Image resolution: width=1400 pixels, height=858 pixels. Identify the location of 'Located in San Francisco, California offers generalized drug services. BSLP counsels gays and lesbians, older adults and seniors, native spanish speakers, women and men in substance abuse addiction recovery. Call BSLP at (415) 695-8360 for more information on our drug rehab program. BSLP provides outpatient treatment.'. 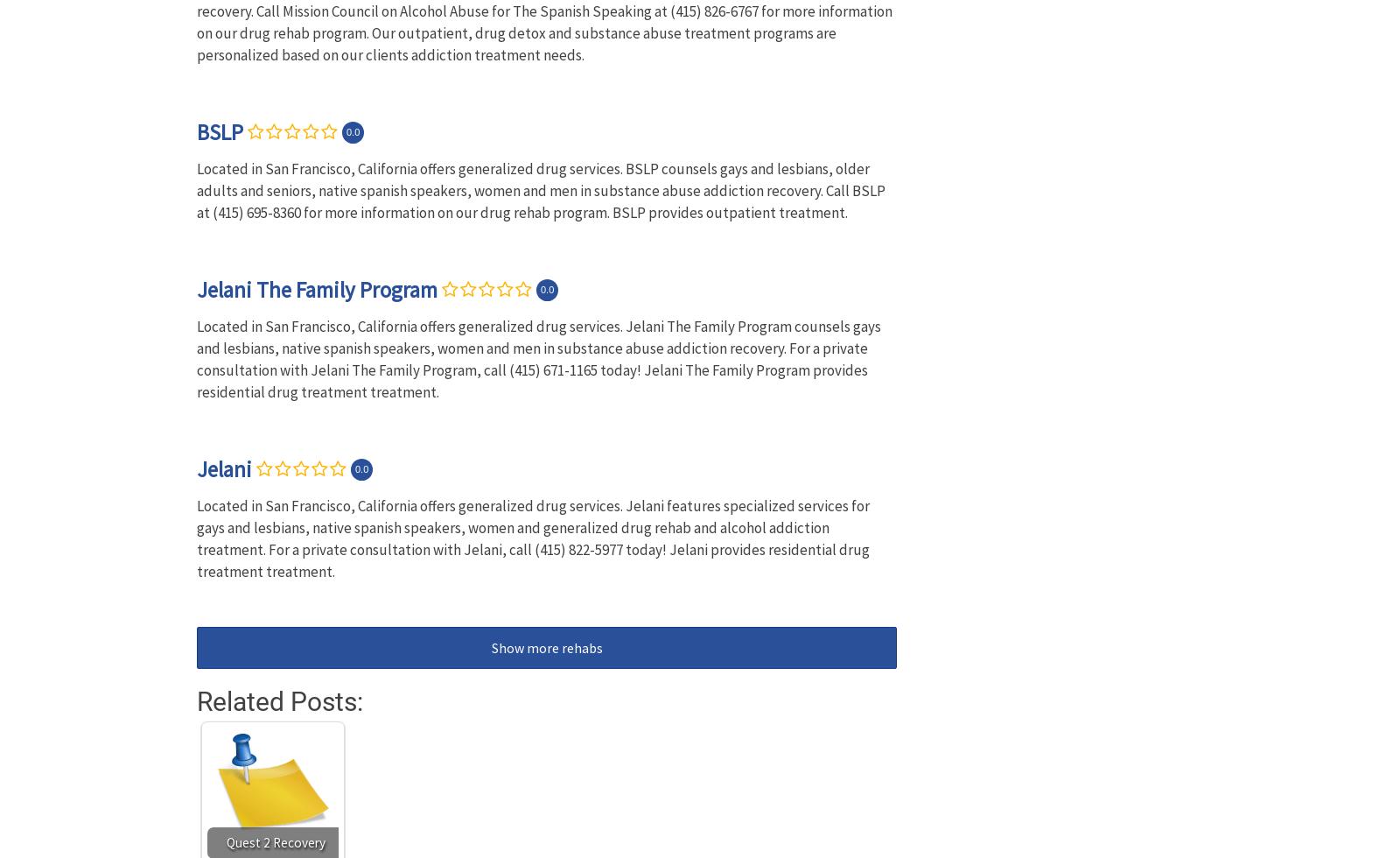
(541, 189).